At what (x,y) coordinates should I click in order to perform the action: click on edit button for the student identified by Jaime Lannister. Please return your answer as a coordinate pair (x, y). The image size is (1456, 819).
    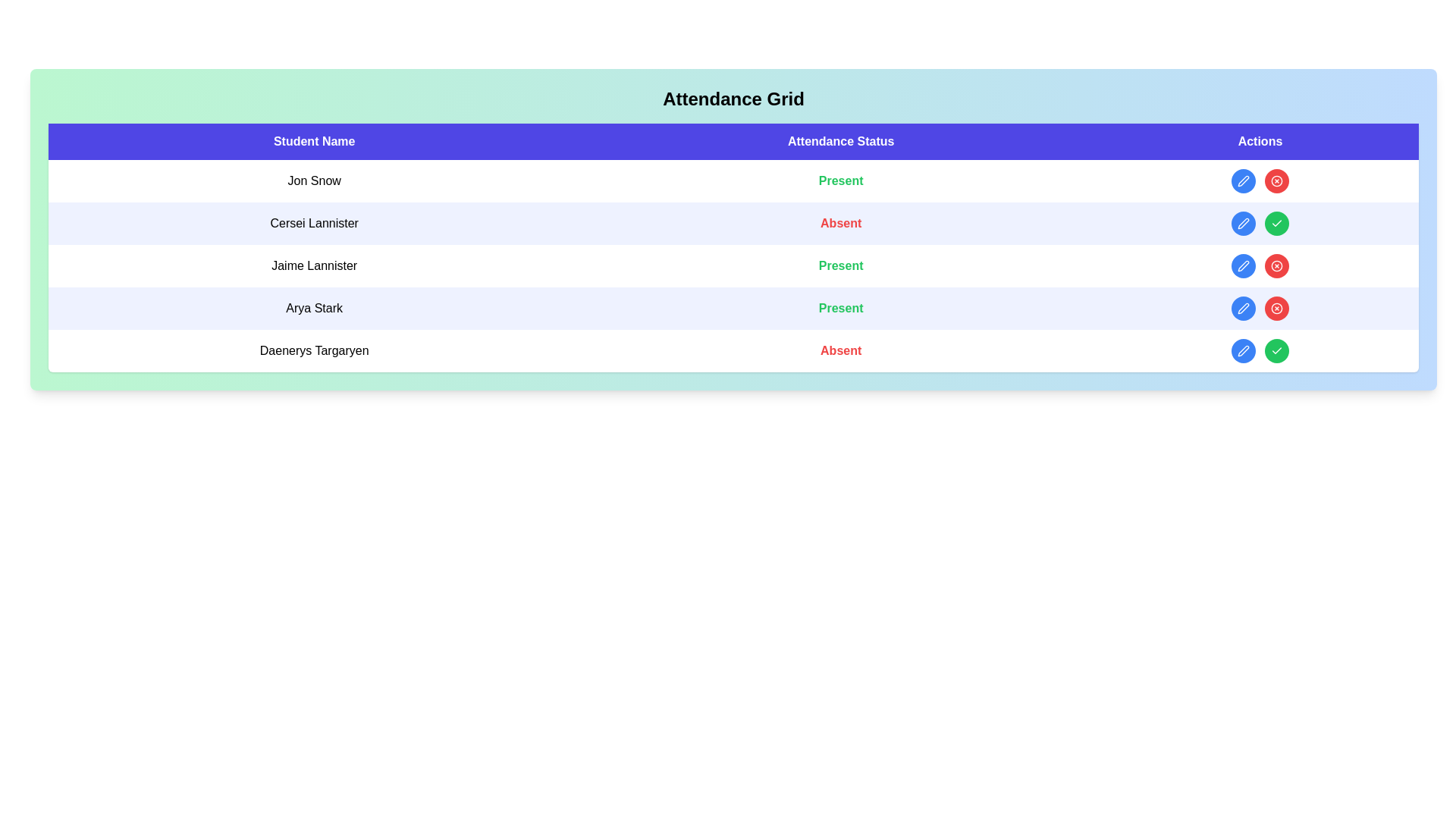
    Looking at the image, I should click on (1244, 265).